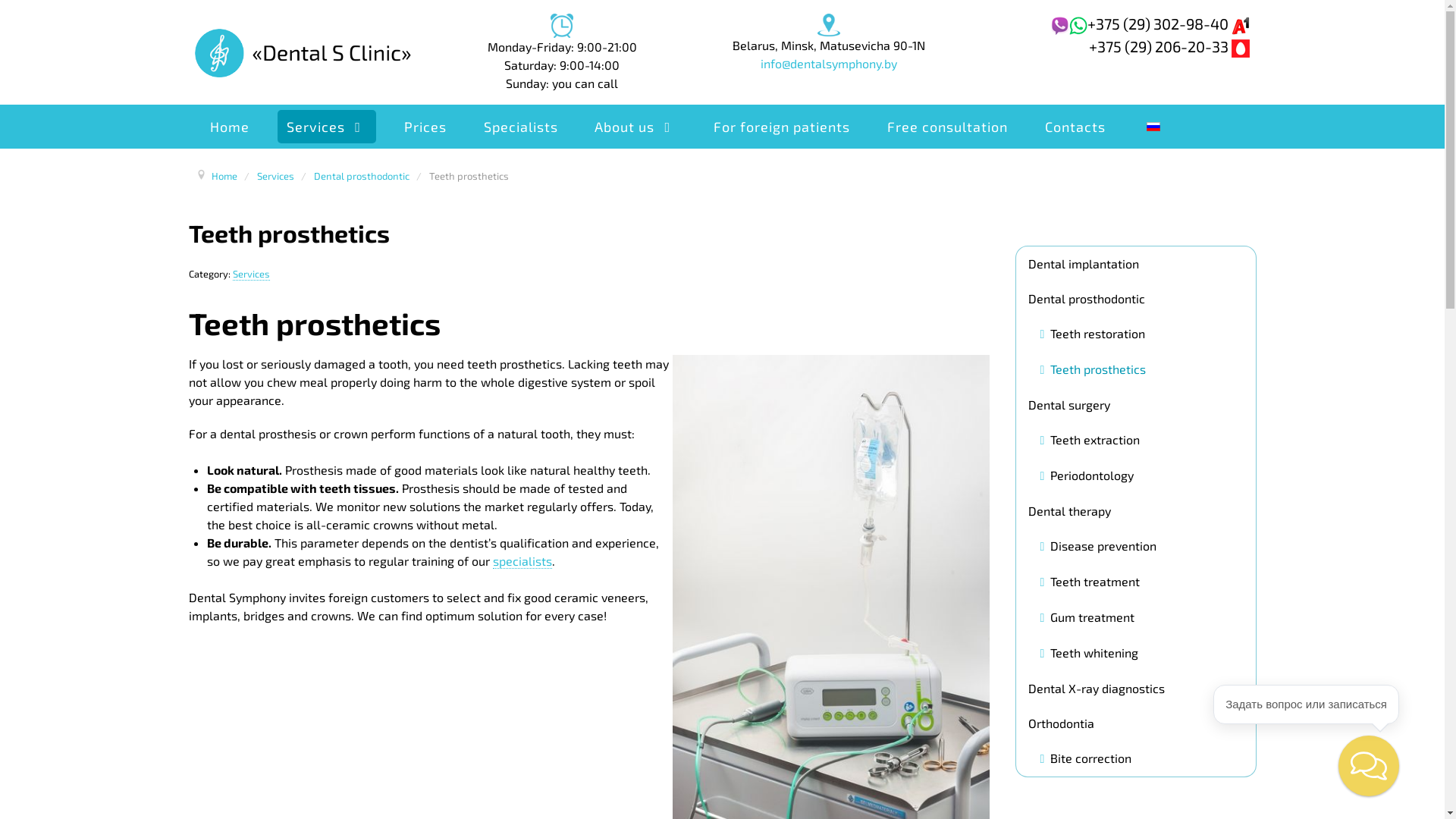 This screenshot has width=1456, height=819. What do you see at coordinates (946, 125) in the screenshot?
I see `'Free consultation'` at bounding box center [946, 125].